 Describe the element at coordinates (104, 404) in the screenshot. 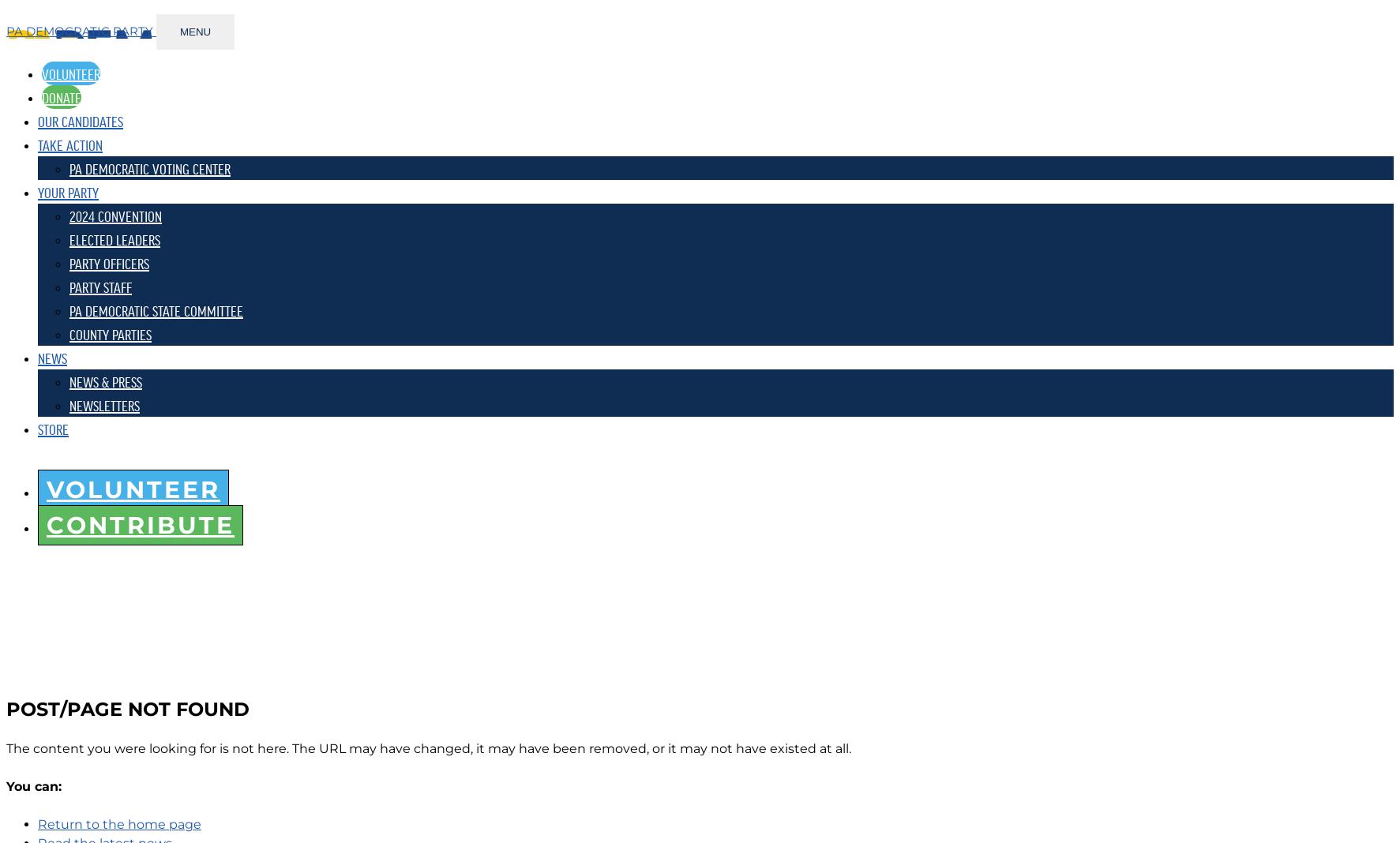

I see `'Newsletters'` at that location.